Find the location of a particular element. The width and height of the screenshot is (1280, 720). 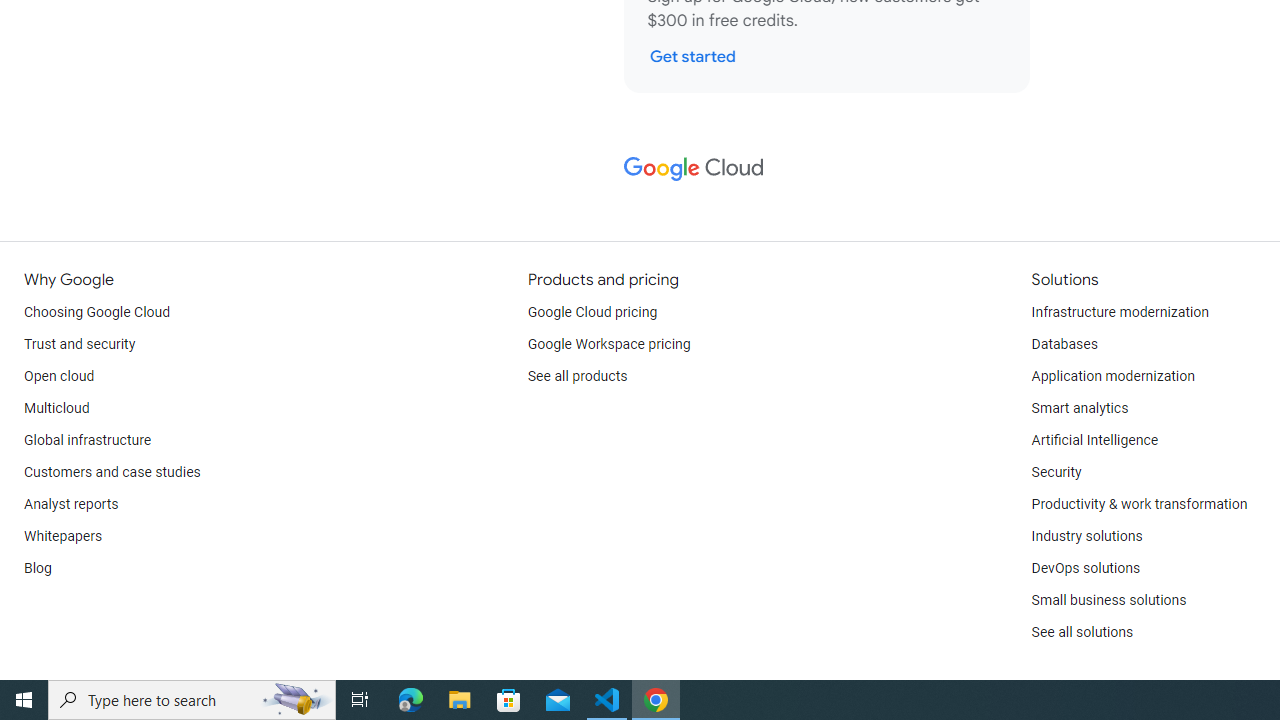

'Industry solutions' is located at coordinates (1085, 536).